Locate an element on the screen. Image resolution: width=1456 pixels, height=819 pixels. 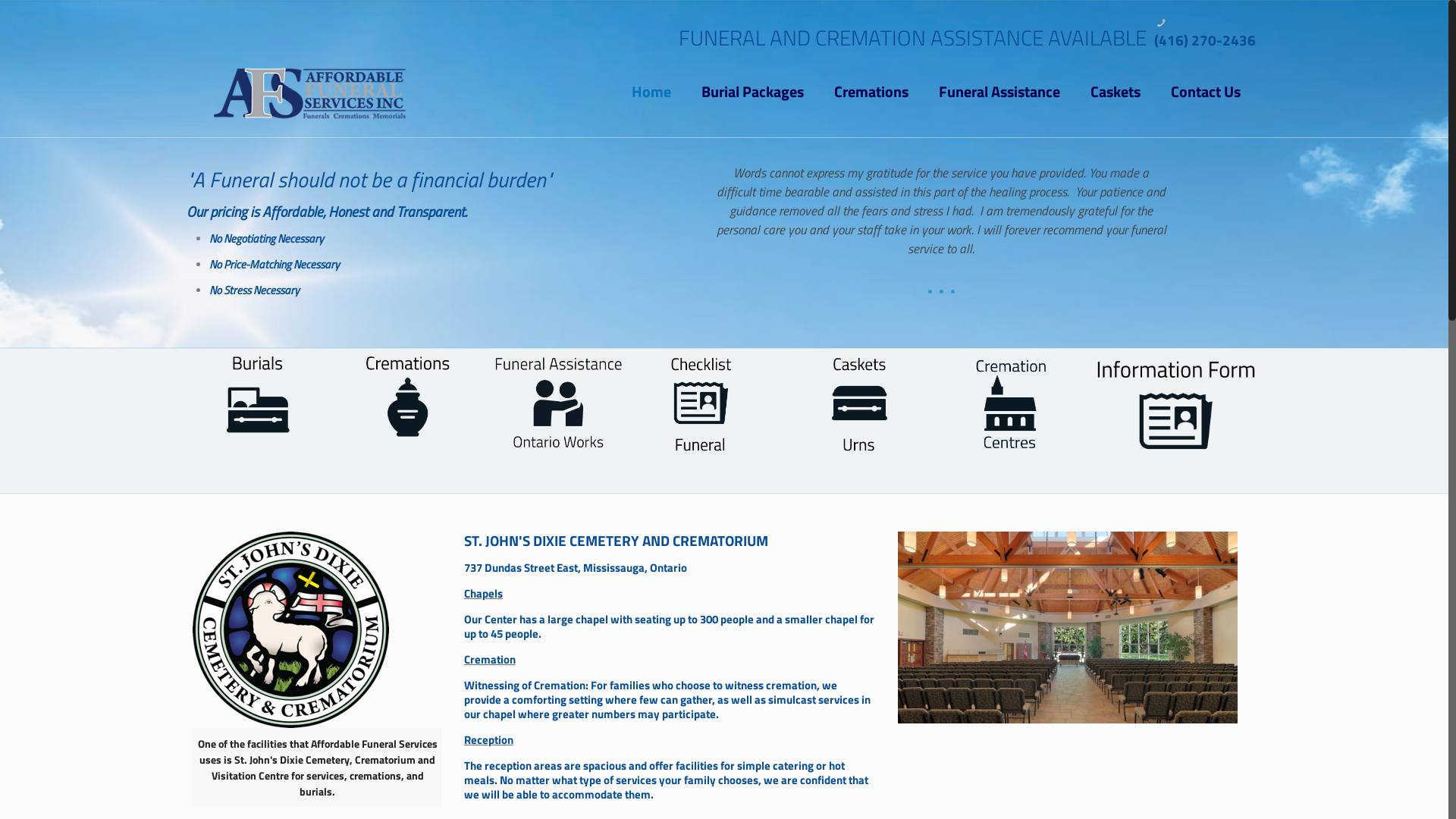
'Affordable Funeral Services' is located at coordinates (309, 91).